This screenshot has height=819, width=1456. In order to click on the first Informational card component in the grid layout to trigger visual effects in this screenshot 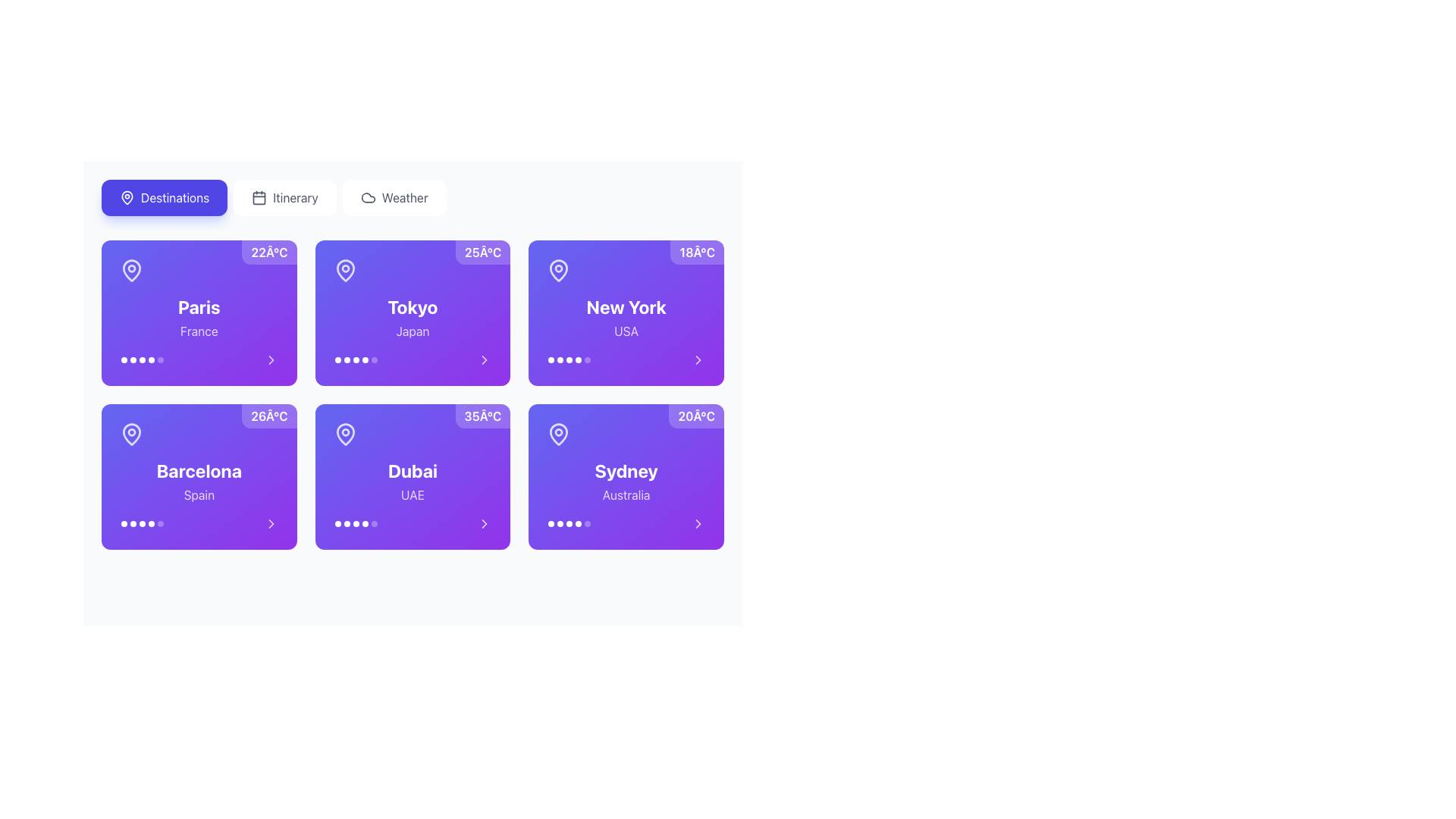, I will do `click(198, 312)`.